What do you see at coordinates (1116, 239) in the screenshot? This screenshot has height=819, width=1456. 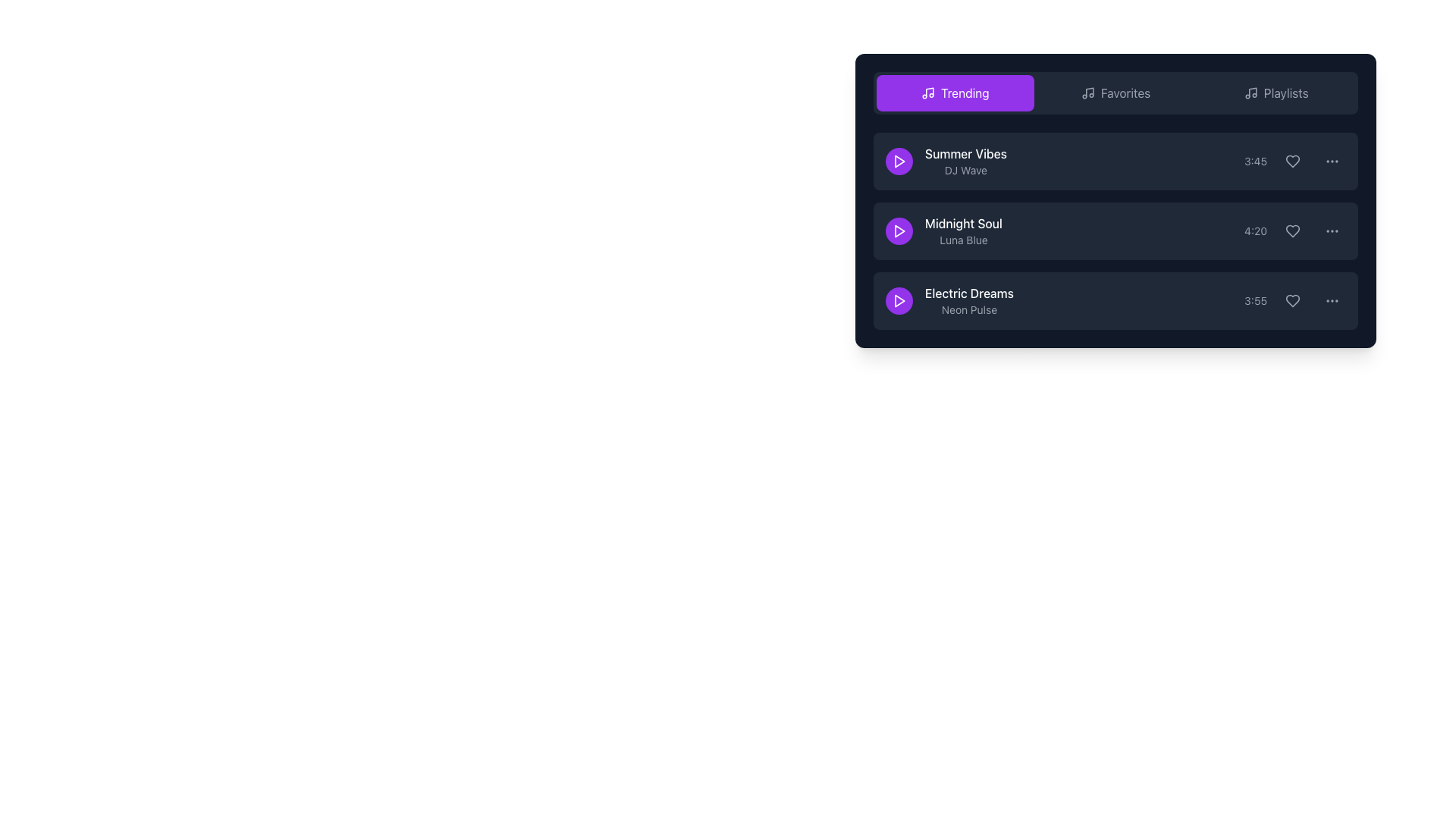 I see `the second item in the music playlist interface under 'Summer Vibes' to play the track` at bounding box center [1116, 239].